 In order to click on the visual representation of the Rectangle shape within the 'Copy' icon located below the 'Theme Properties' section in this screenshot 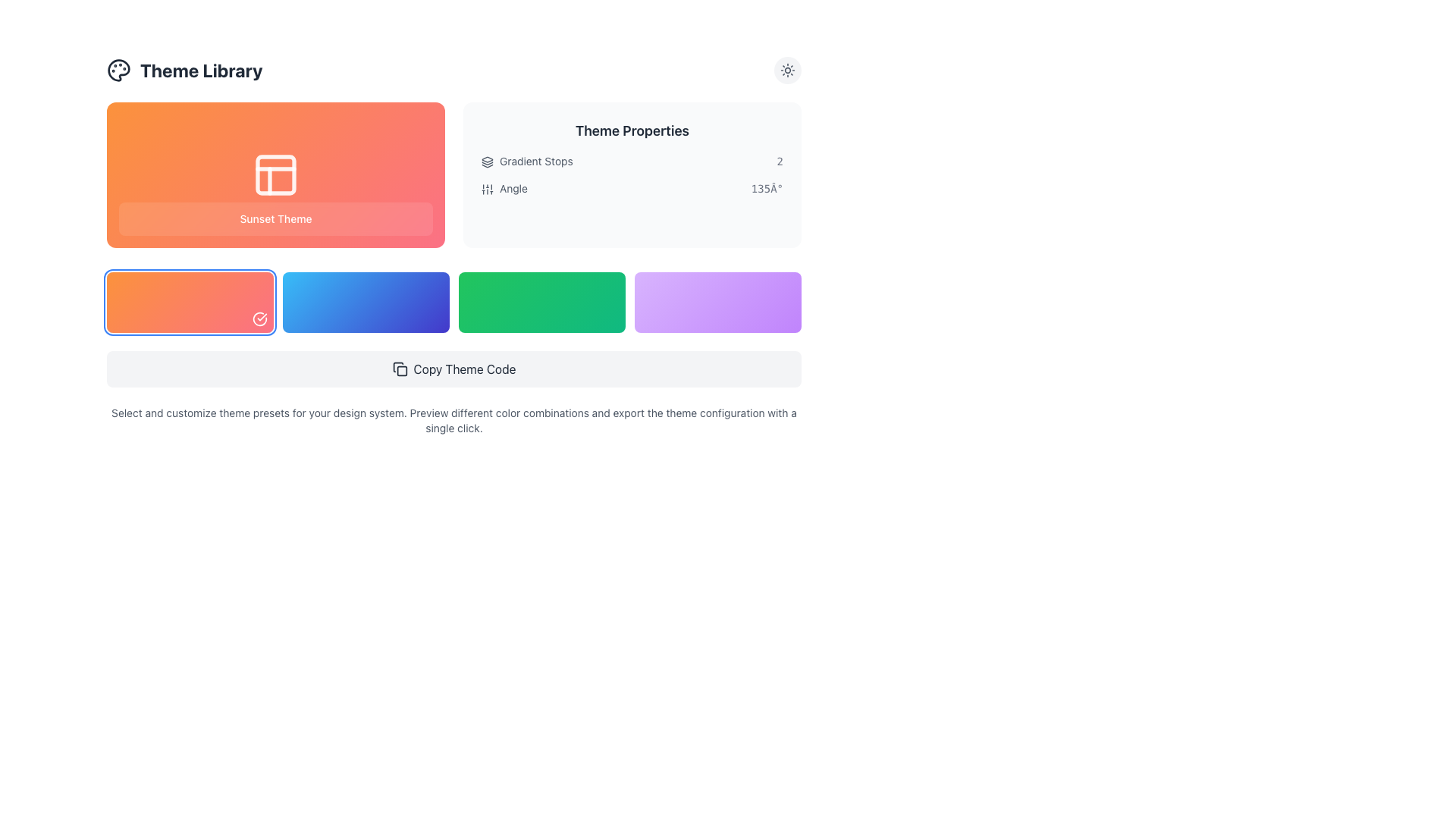, I will do `click(401, 371)`.